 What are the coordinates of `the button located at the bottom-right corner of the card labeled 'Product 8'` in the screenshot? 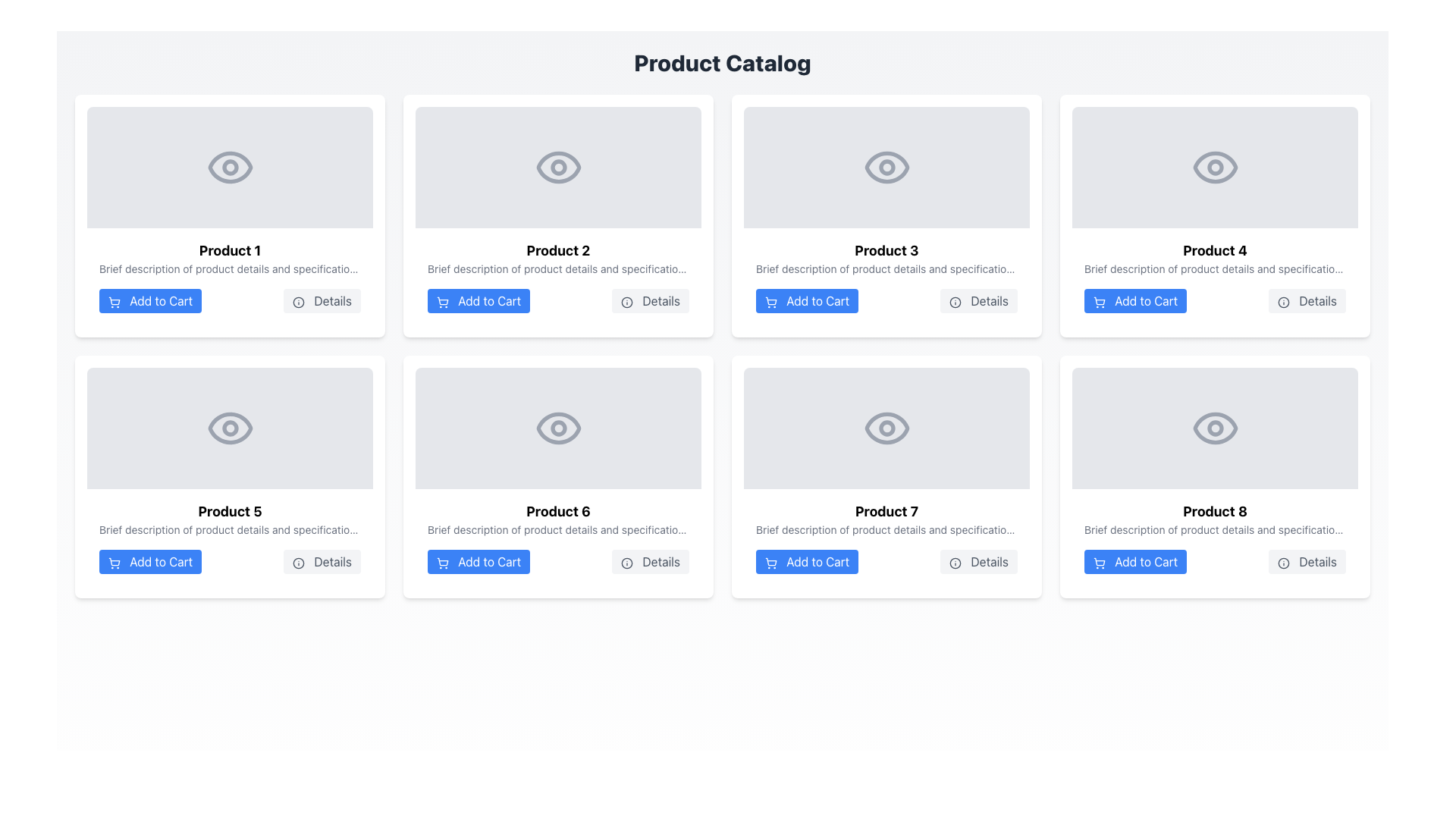 It's located at (1307, 561).